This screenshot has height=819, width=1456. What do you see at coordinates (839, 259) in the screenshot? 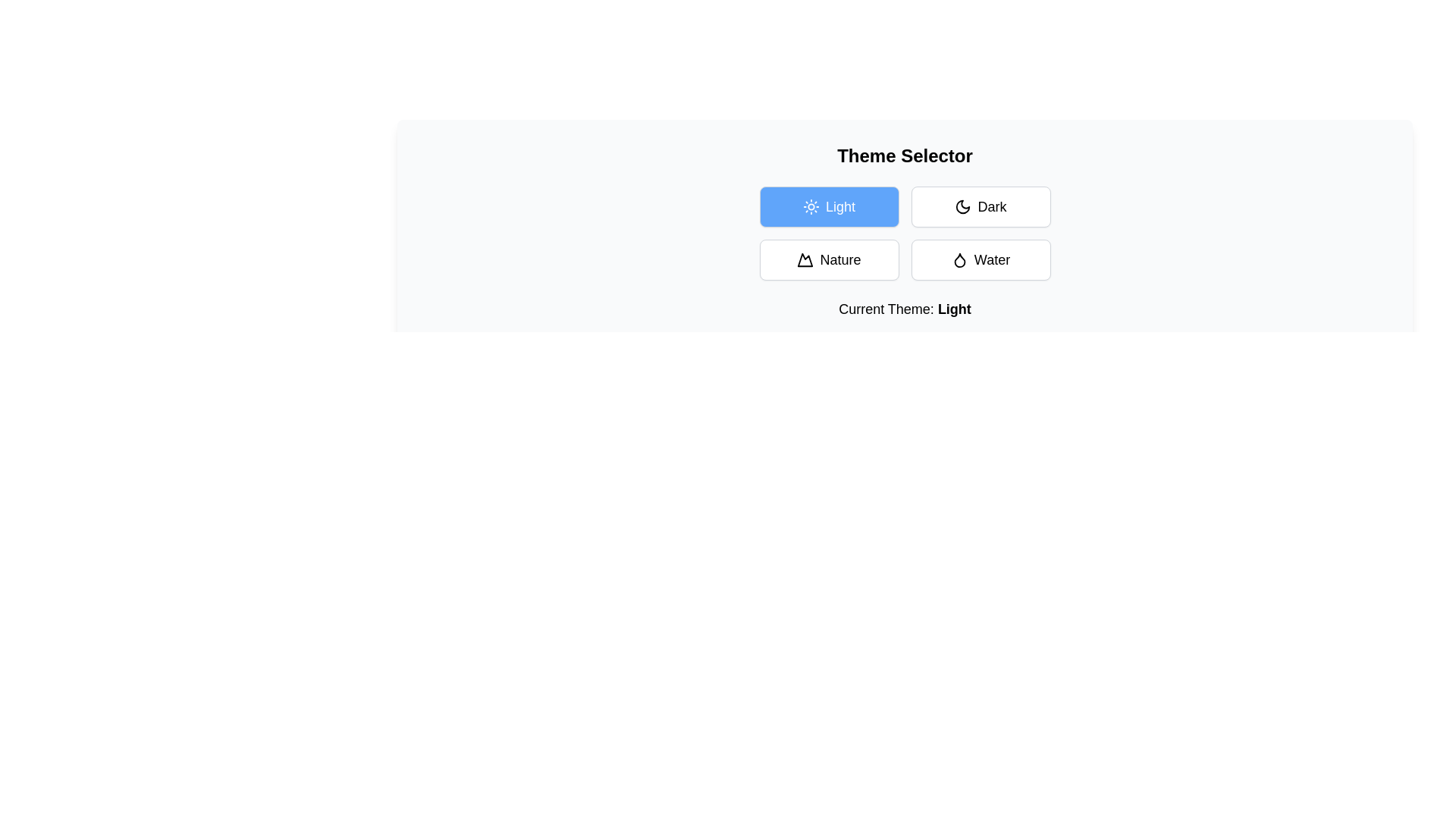
I see `the text label within the 'Nature' button, which indicates the theme represented by the button` at bounding box center [839, 259].